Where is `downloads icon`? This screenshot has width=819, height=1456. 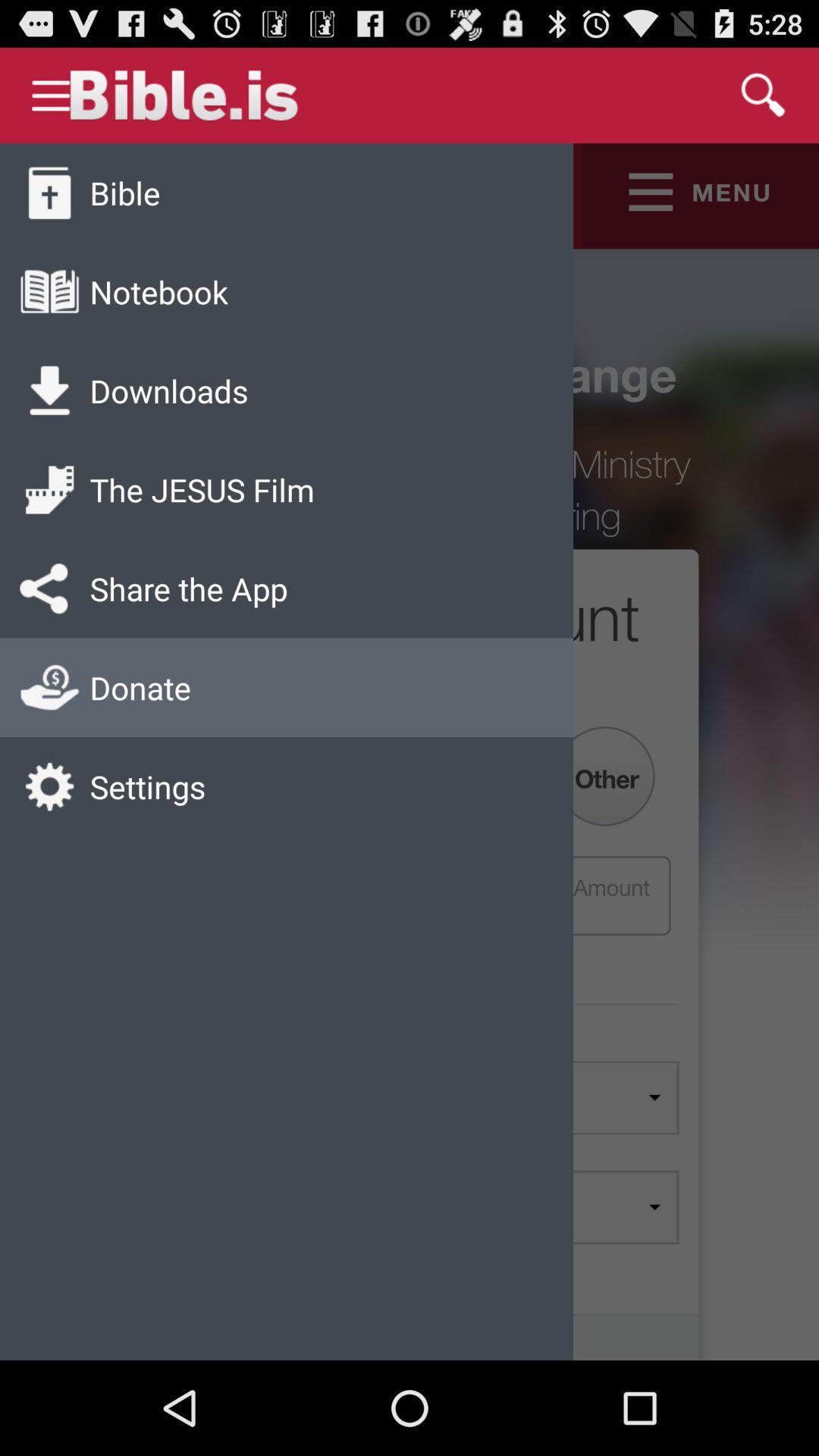
downloads icon is located at coordinates (169, 391).